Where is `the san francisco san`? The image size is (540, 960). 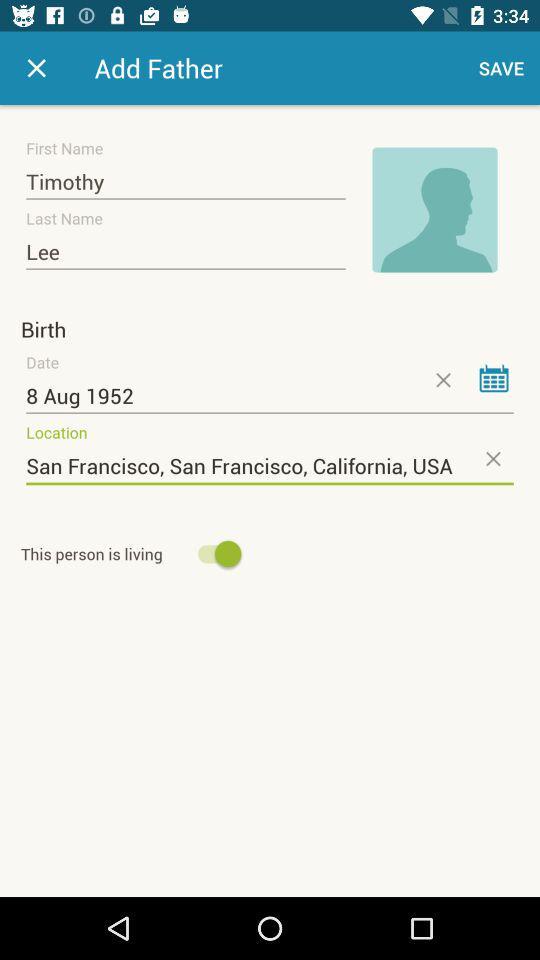 the san francisco san is located at coordinates (270, 466).